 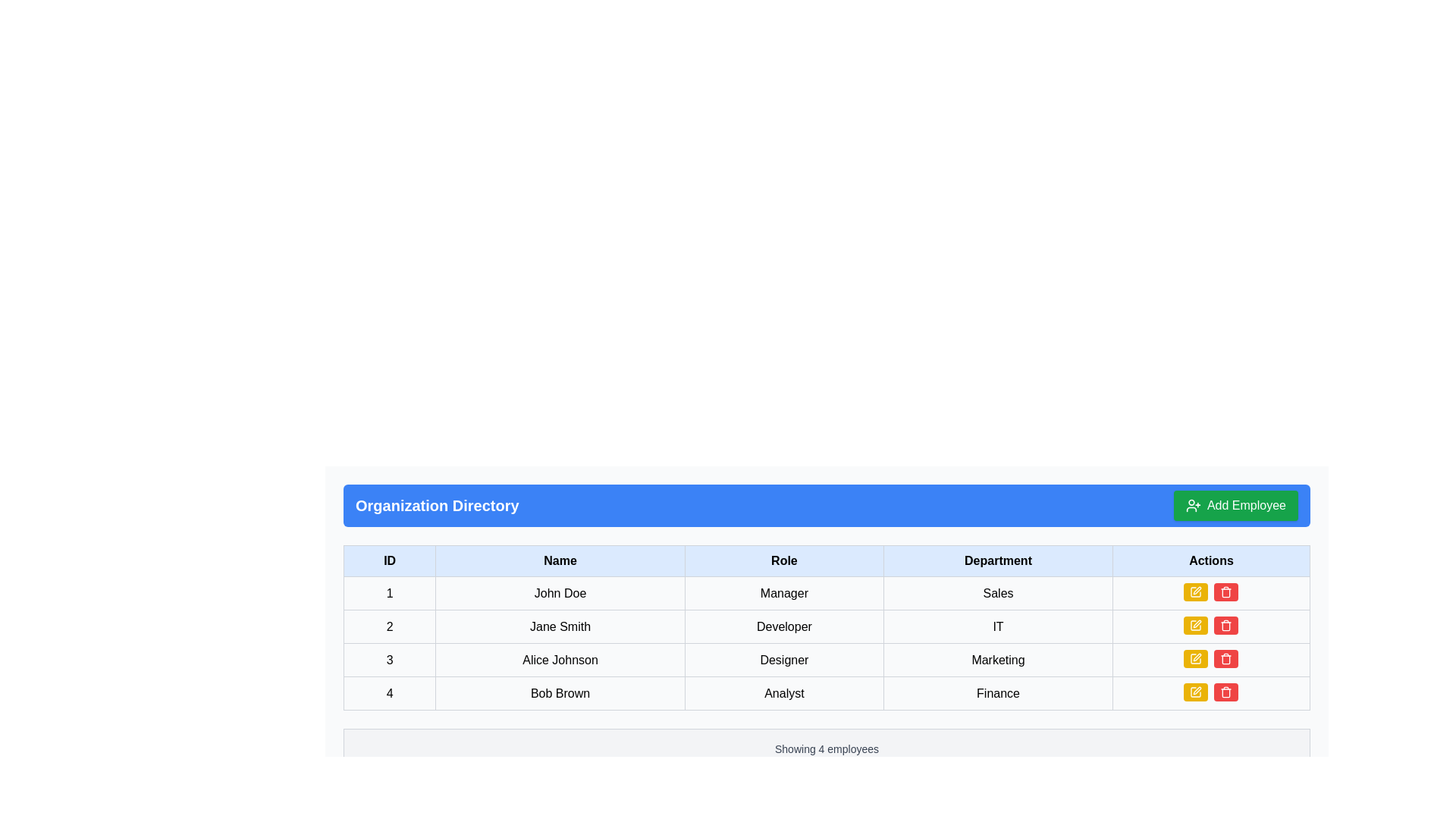 I want to click on the delete icon button located in the Actions column of the fourth row associated with 'Bob Brown', so click(x=1226, y=692).